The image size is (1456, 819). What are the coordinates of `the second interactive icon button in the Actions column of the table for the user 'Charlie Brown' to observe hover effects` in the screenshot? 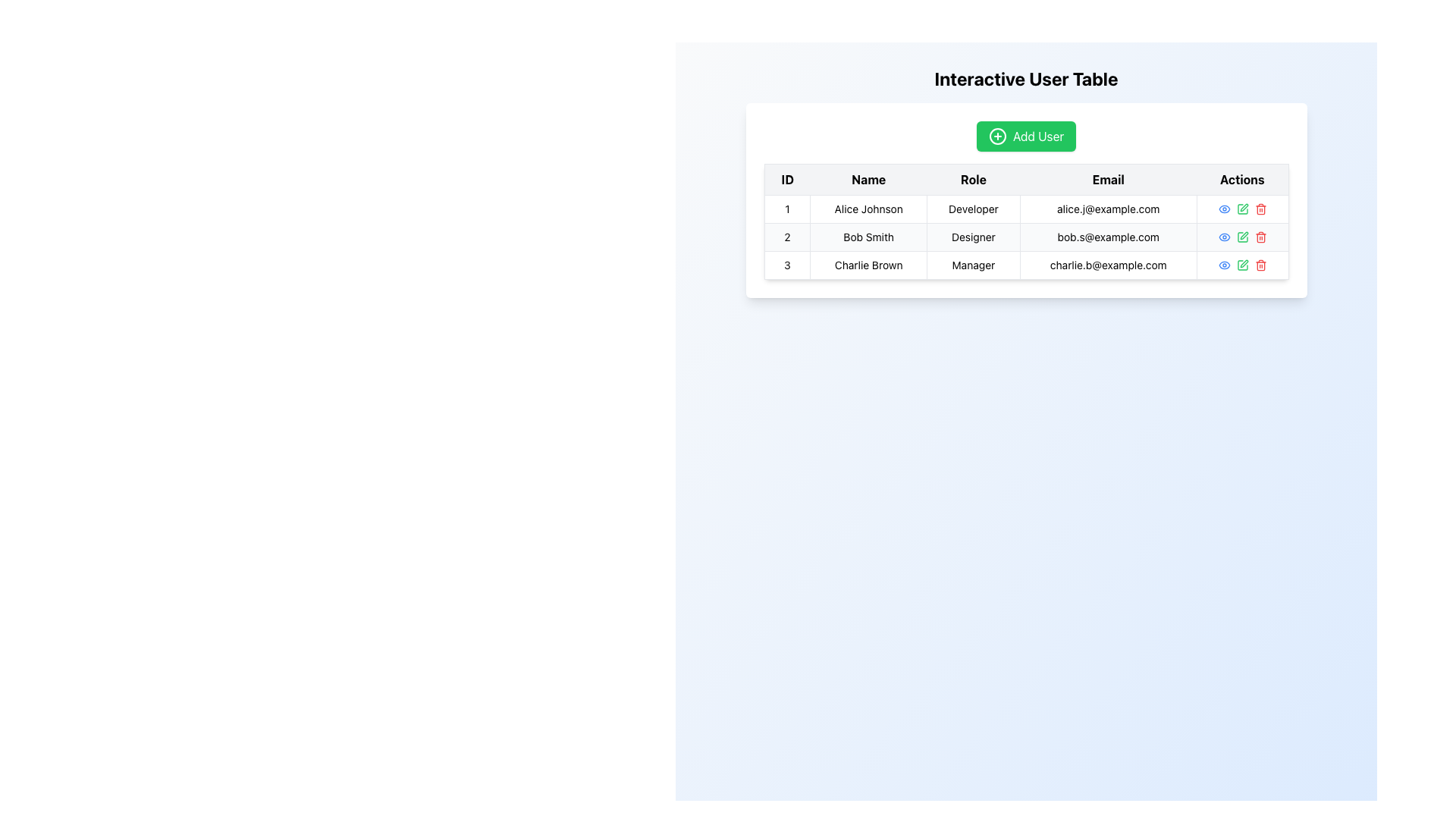 It's located at (1242, 265).